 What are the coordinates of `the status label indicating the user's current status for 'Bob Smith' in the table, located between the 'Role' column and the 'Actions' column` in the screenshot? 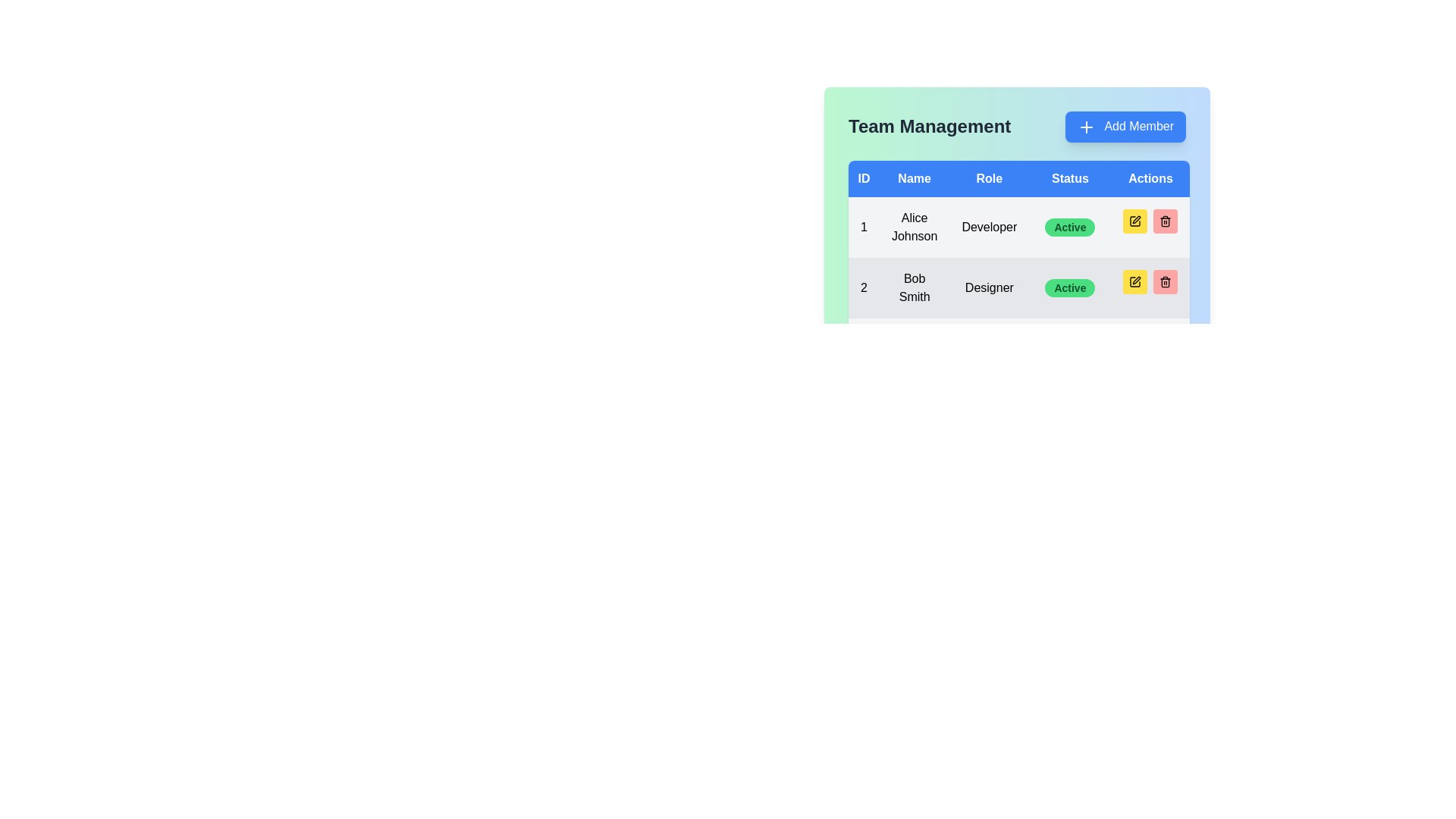 It's located at (1069, 287).